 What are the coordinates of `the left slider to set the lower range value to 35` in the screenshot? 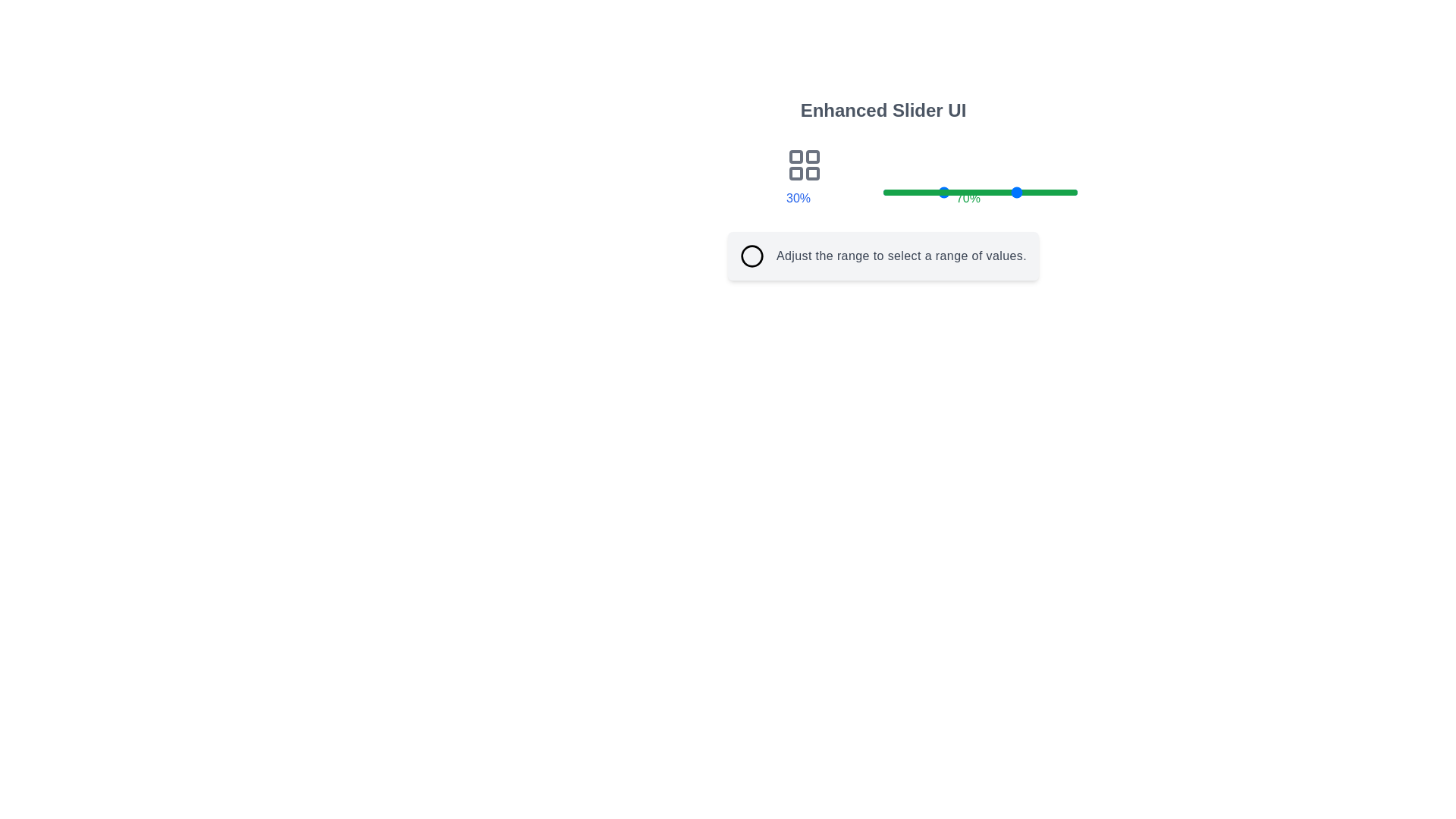 It's located at (950, 192).